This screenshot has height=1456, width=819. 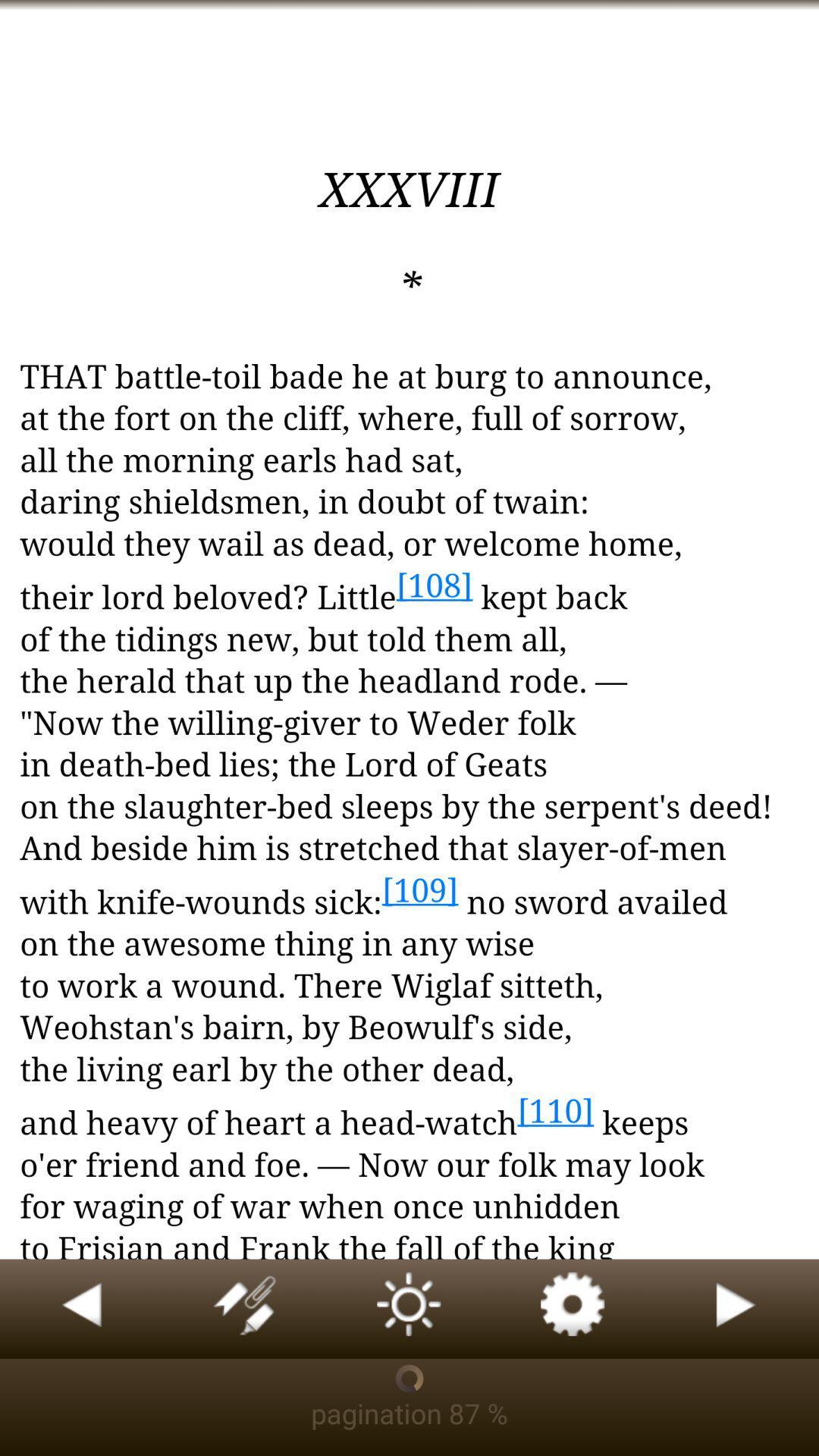 I want to click on click the settings option, so click(x=573, y=1308).